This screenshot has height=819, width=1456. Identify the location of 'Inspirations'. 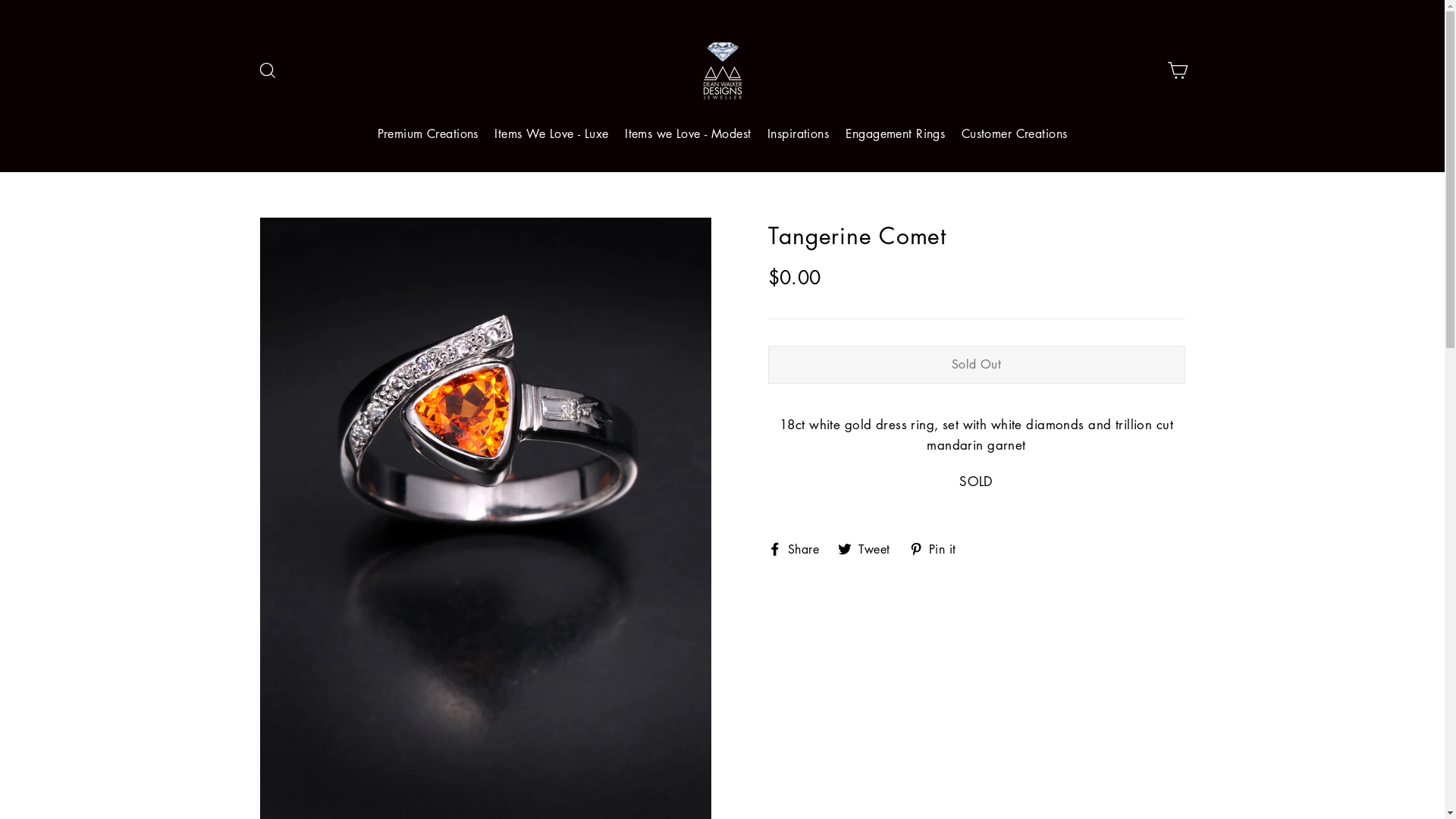
(797, 133).